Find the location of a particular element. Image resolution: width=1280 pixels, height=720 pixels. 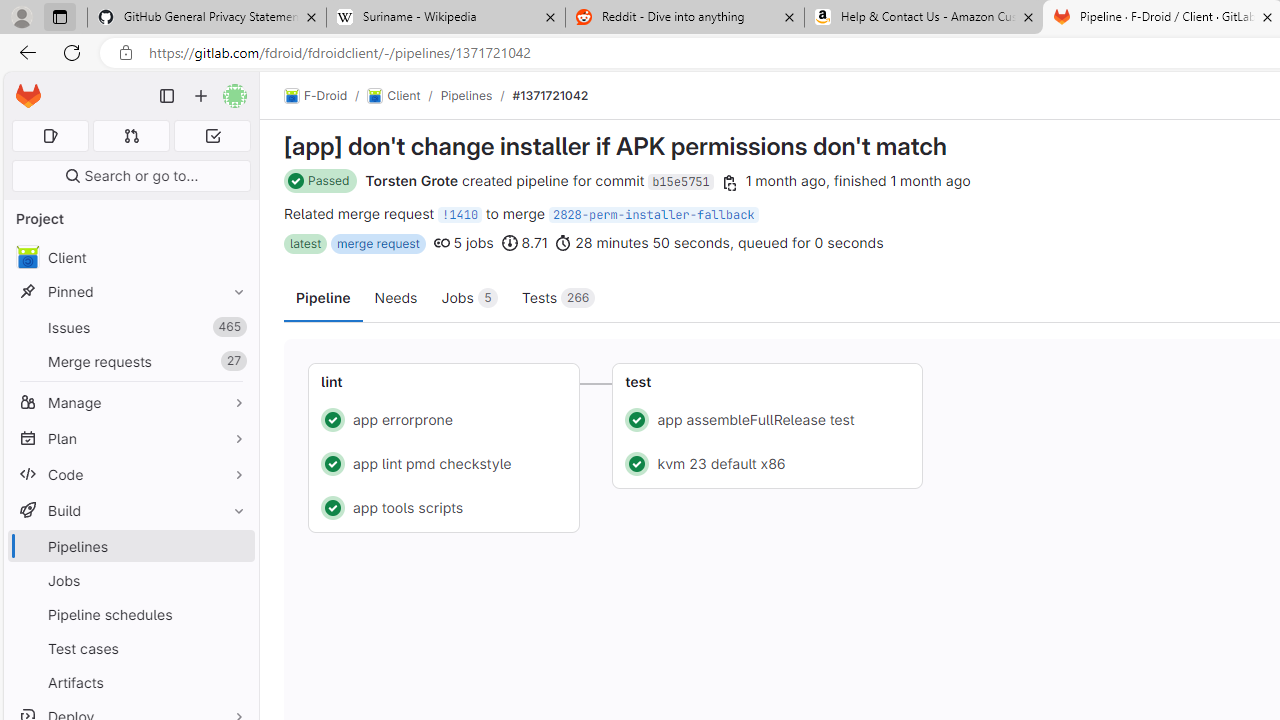

'b15e5751' is located at coordinates (680, 182).